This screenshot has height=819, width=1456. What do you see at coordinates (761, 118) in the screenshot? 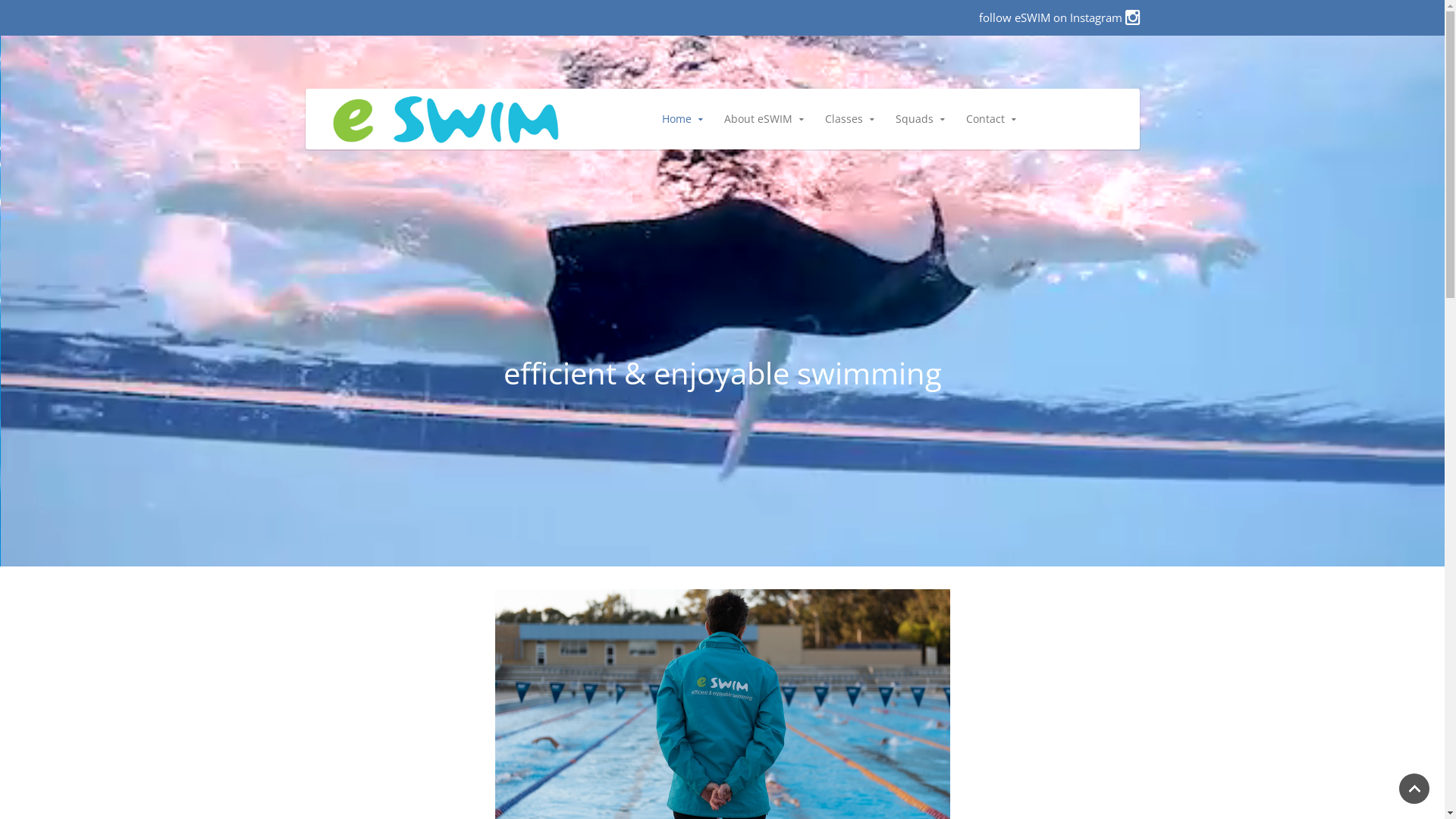
I see `'About eSWIM'` at bounding box center [761, 118].